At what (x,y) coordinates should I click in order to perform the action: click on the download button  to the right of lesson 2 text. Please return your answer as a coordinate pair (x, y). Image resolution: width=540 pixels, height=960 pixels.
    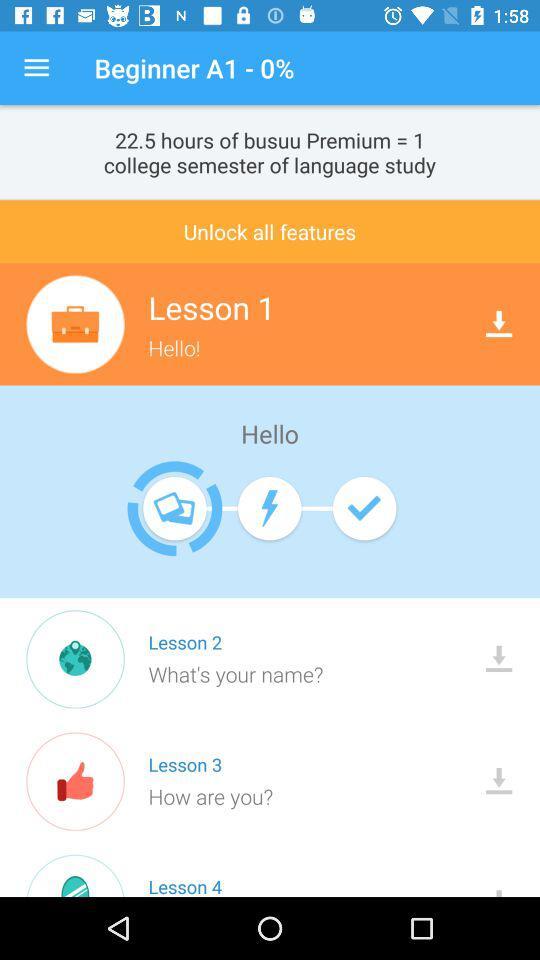
    Looking at the image, I should click on (498, 658).